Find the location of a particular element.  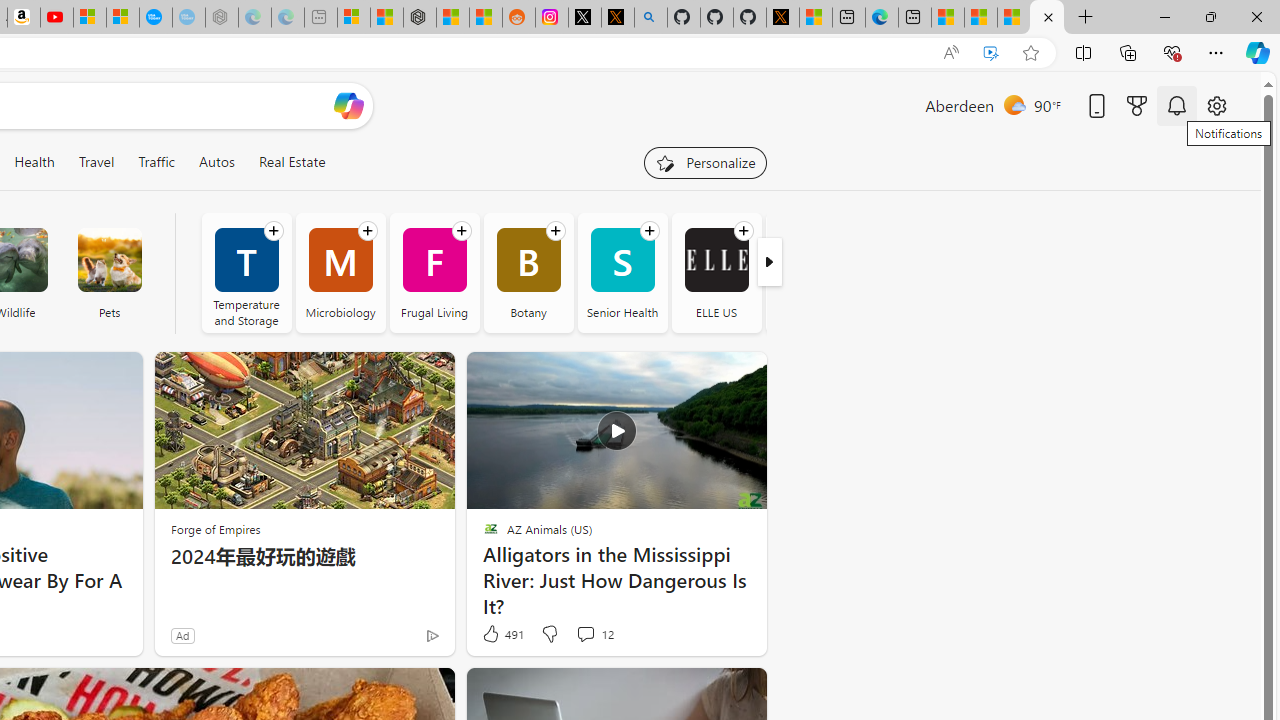

'Microbiology' is located at coordinates (340, 272).